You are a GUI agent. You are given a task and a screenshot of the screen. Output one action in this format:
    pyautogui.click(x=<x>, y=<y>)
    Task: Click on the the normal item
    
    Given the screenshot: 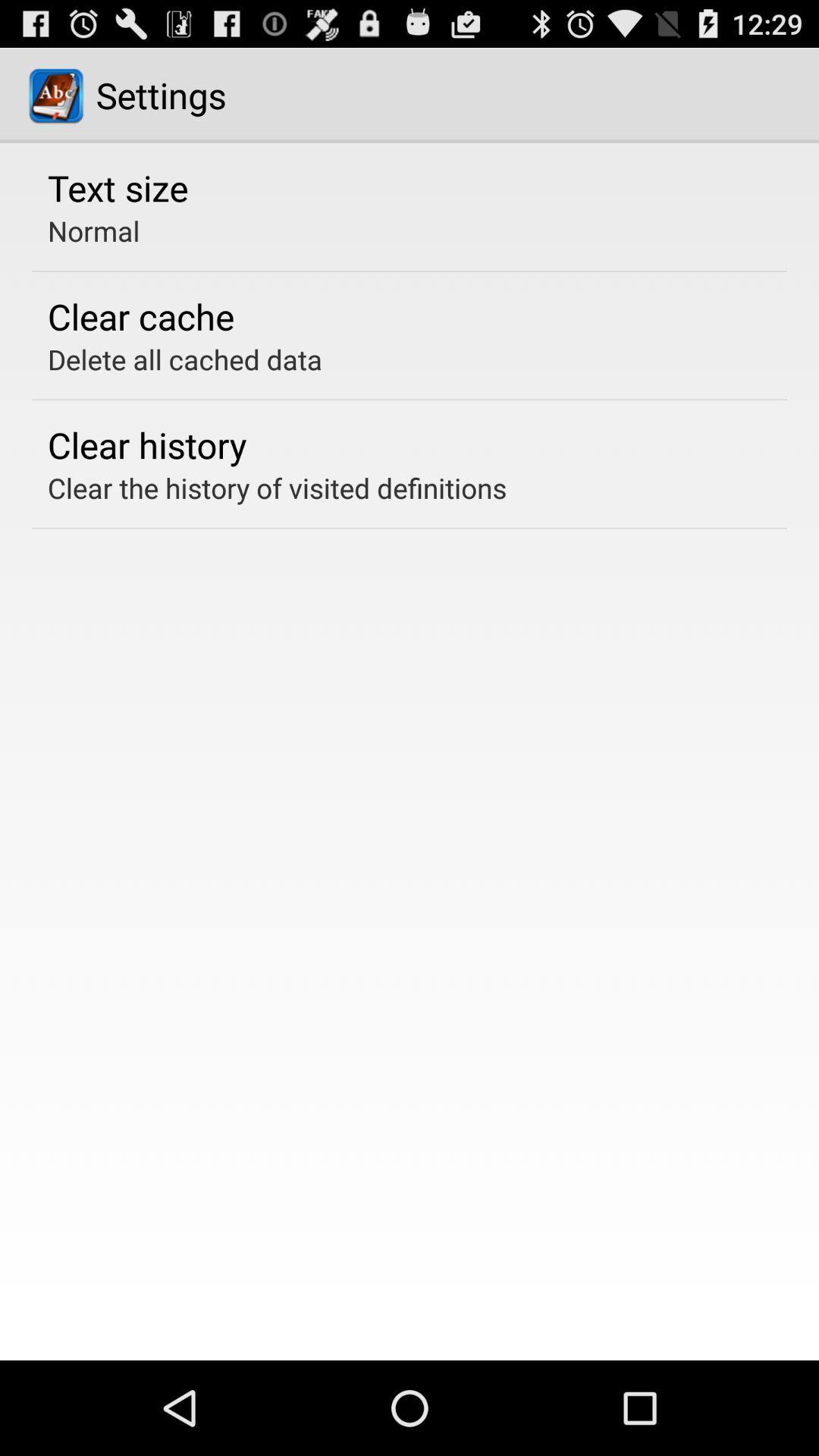 What is the action you would take?
    pyautogui.click(x=93, y=230)
    